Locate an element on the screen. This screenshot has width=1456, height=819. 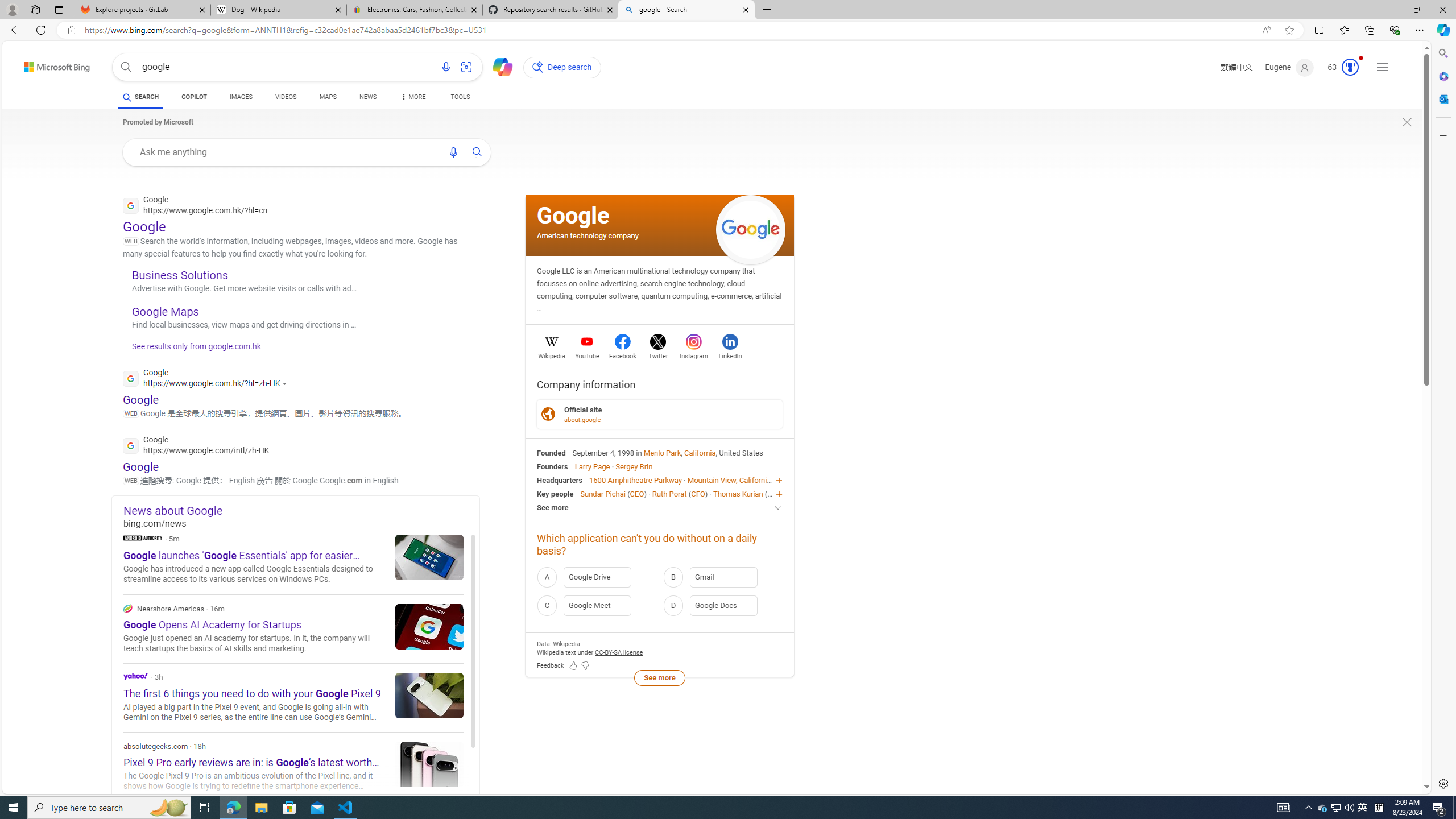
'A Google Drive' is located at coordinates (596, 577).